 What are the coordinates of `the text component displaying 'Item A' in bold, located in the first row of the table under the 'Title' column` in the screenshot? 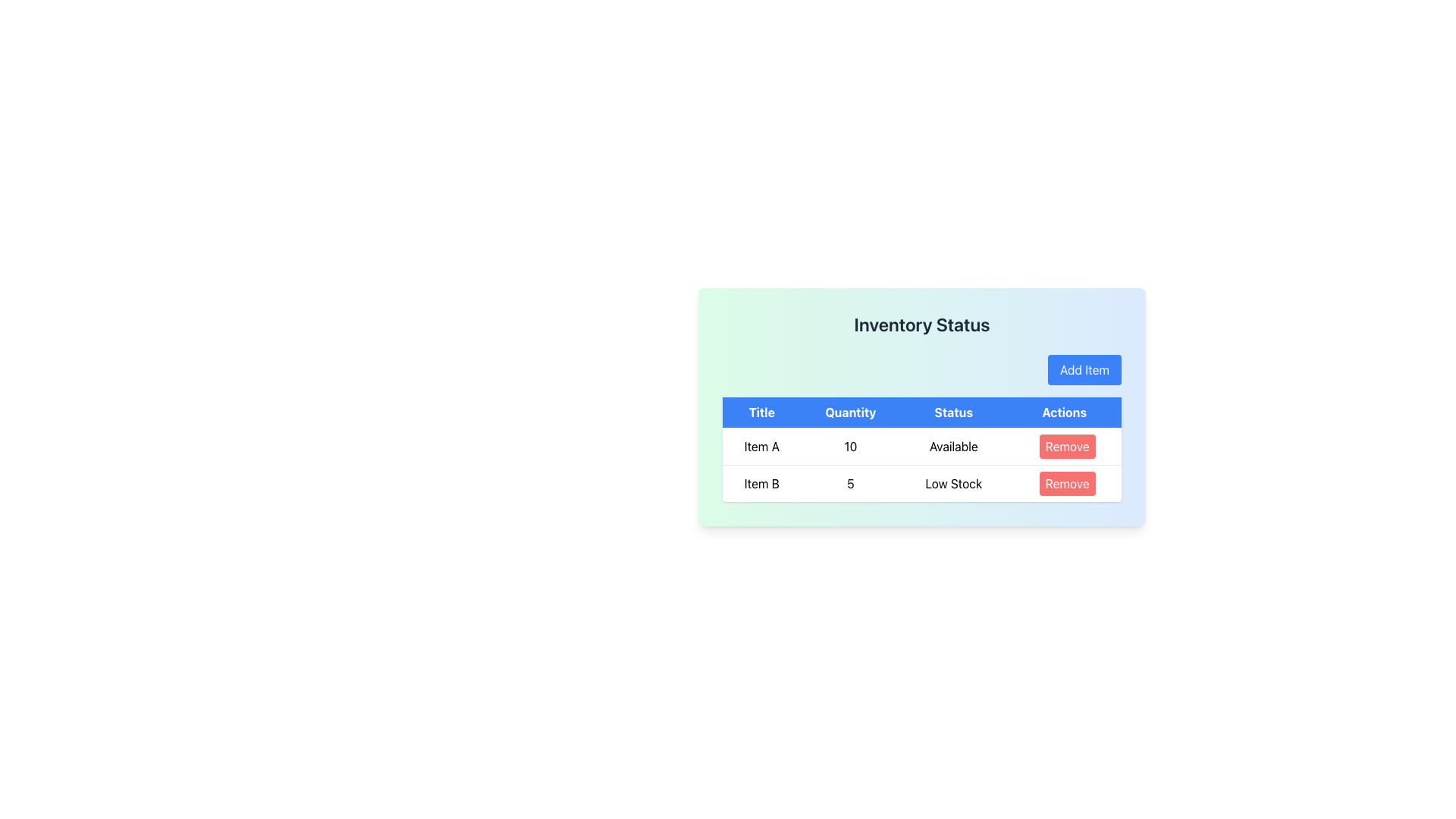 It's located at (761, 446).